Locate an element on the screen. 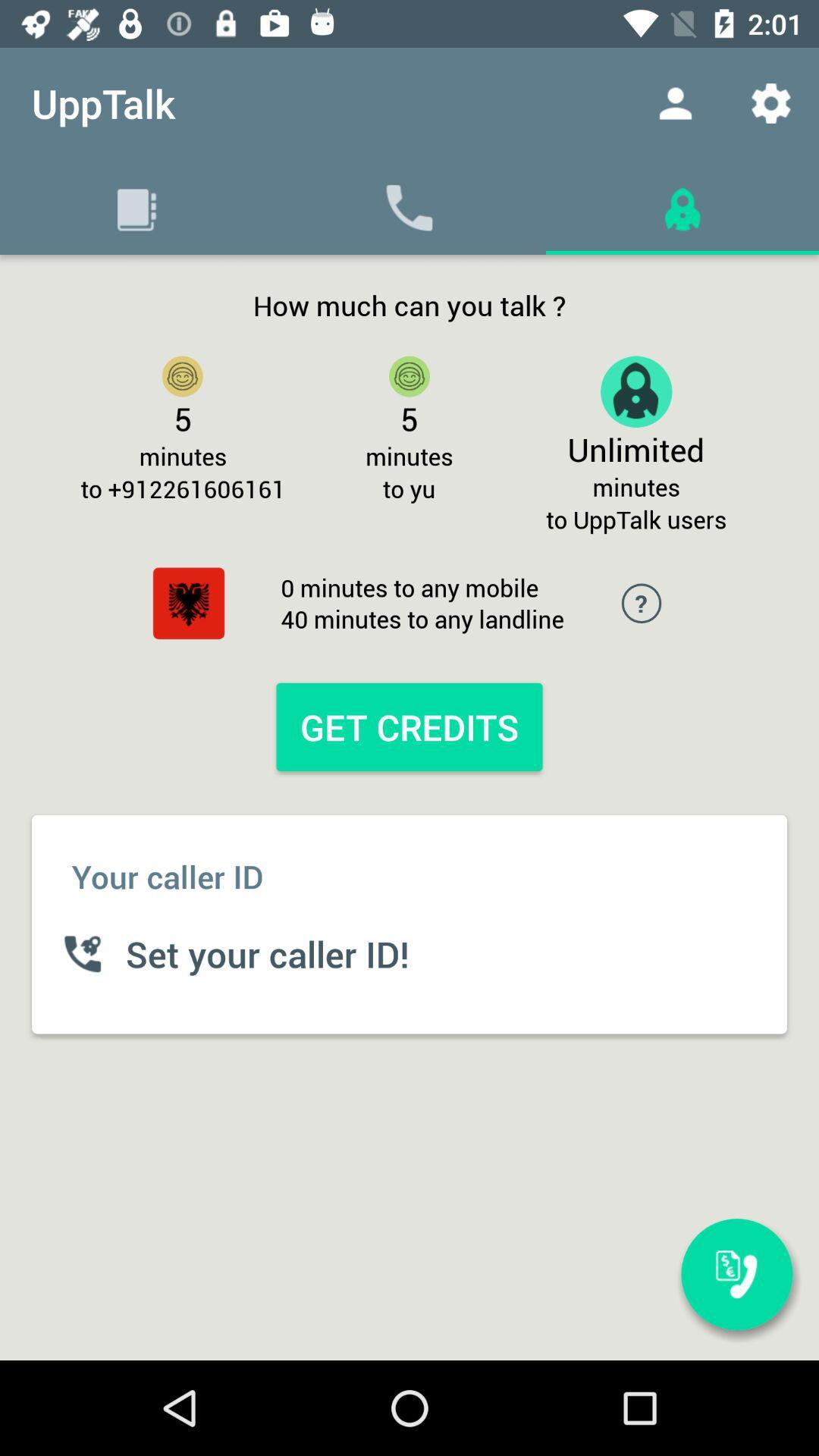 This screenshot has width=819, height=1456. contact number is located at coordinates (736, 1274).